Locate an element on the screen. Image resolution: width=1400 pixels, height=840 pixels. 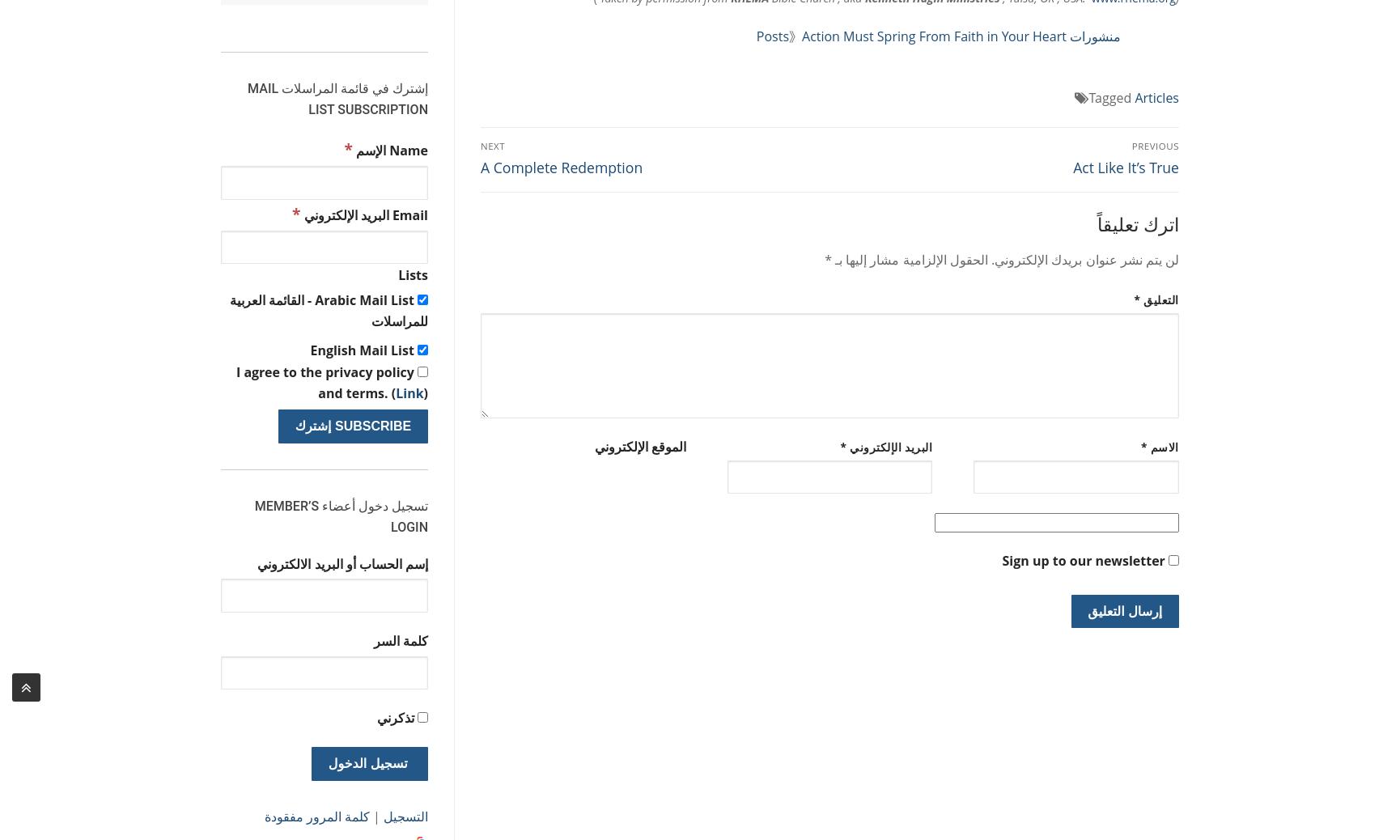
'Arabic Mail List - القائمة العربية للمراسلات' is located at coordinates (329, 310).